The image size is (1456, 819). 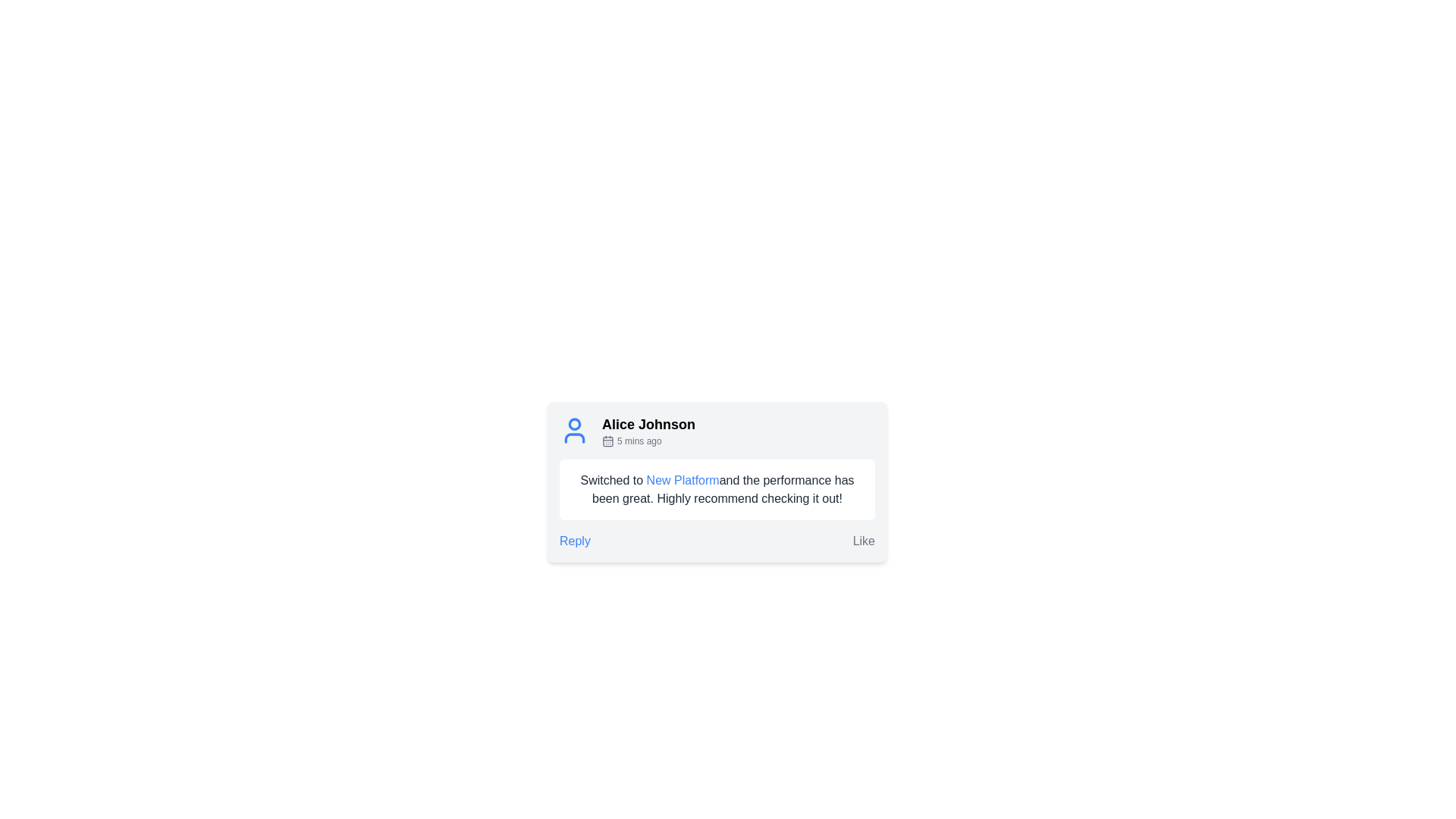 I want to click on the blue circular icon resembling a user profile picture located to the left of the text label 'Alice Johnson', so click(x=574, y=430).